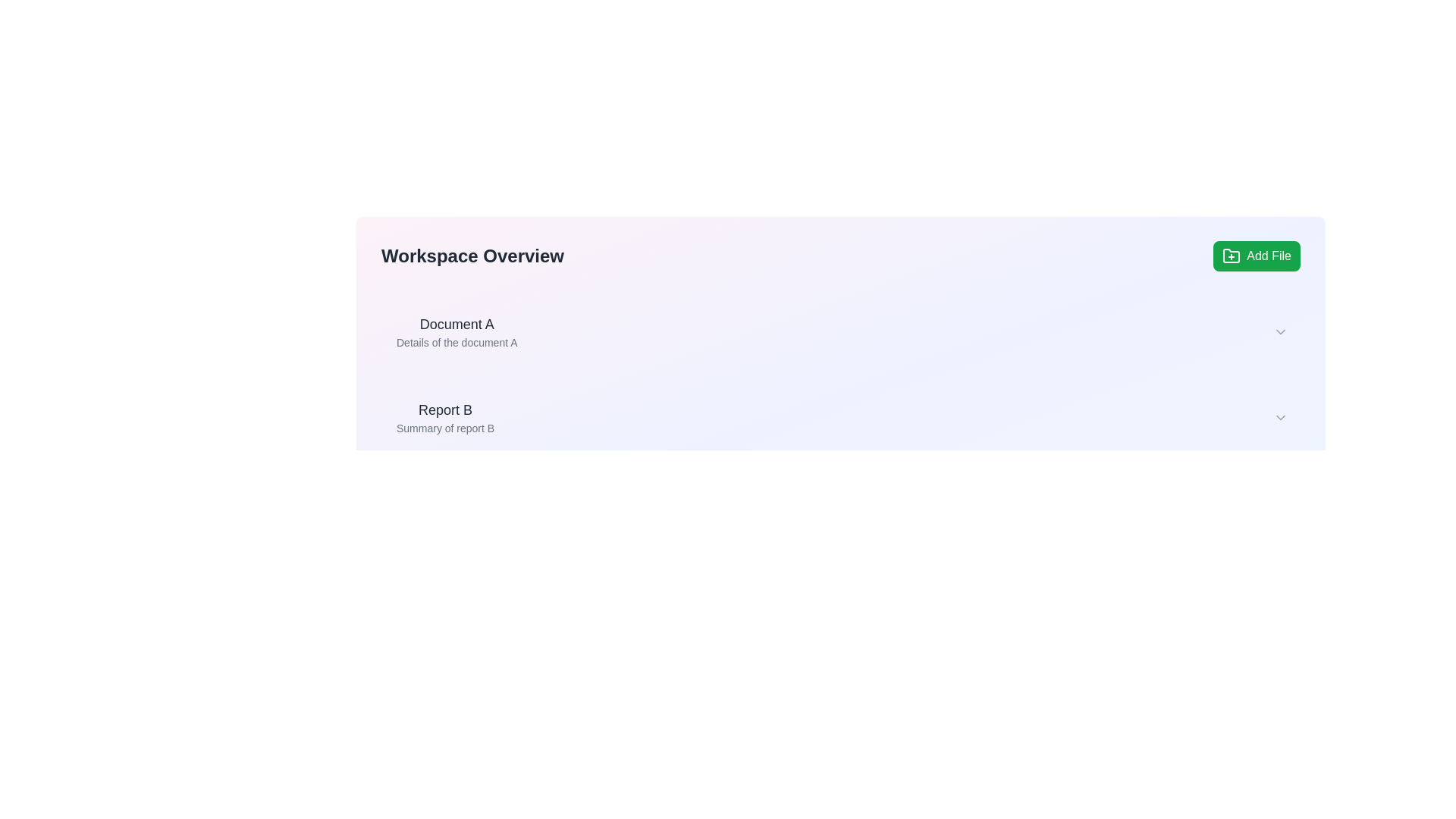  What do you see at coordinates (456, 331) in the screenshot?
I see `the Text block representing 'Document A'` at bounding box center [456, 331].